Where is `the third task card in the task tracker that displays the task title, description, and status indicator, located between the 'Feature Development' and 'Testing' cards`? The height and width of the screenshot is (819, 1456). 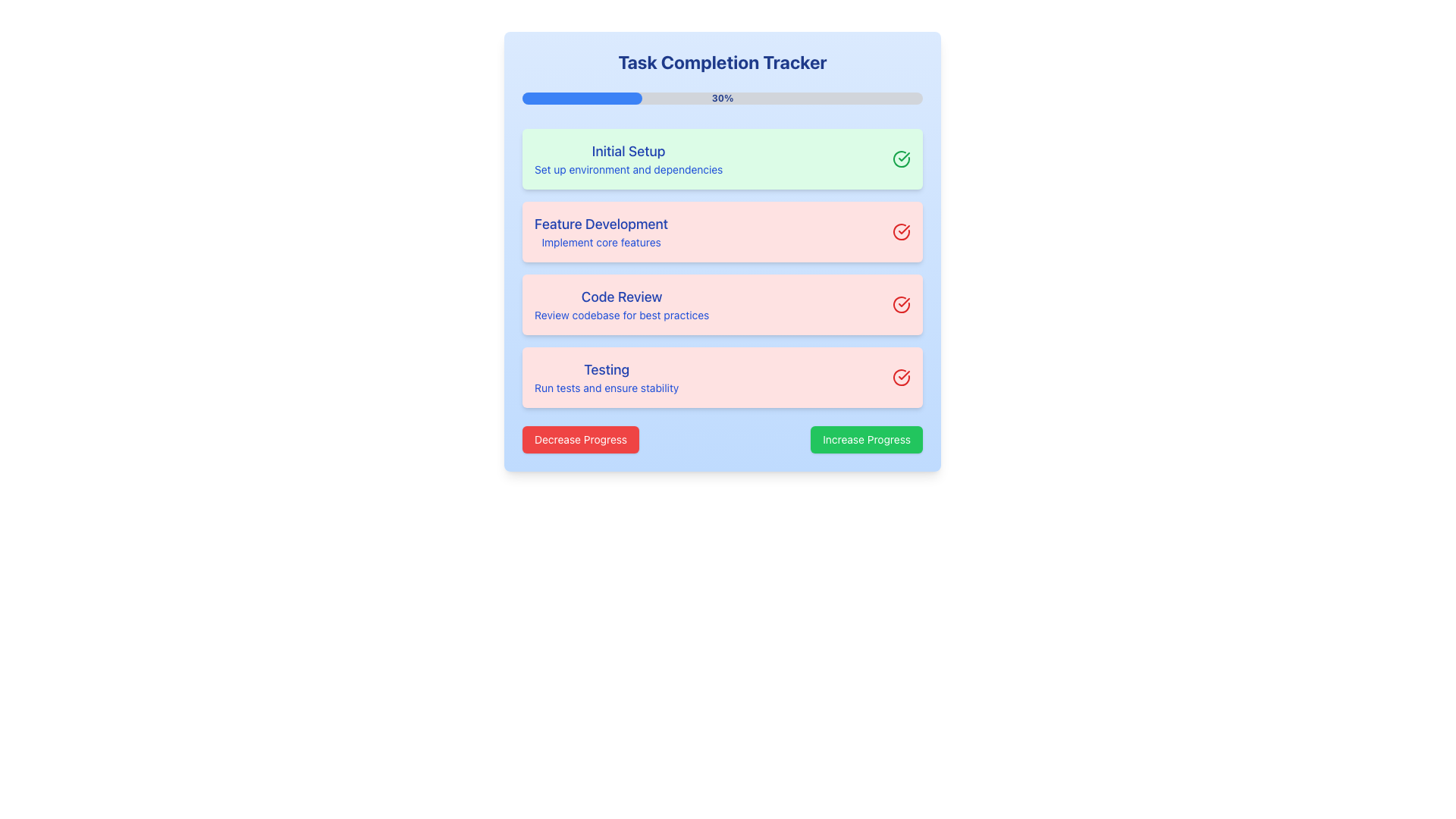 the third task card in the task tracker that displays the task title, description, and status indicator, located between the 'Feature Development' and 'Testing' cards is located at coordinates (722, 304).